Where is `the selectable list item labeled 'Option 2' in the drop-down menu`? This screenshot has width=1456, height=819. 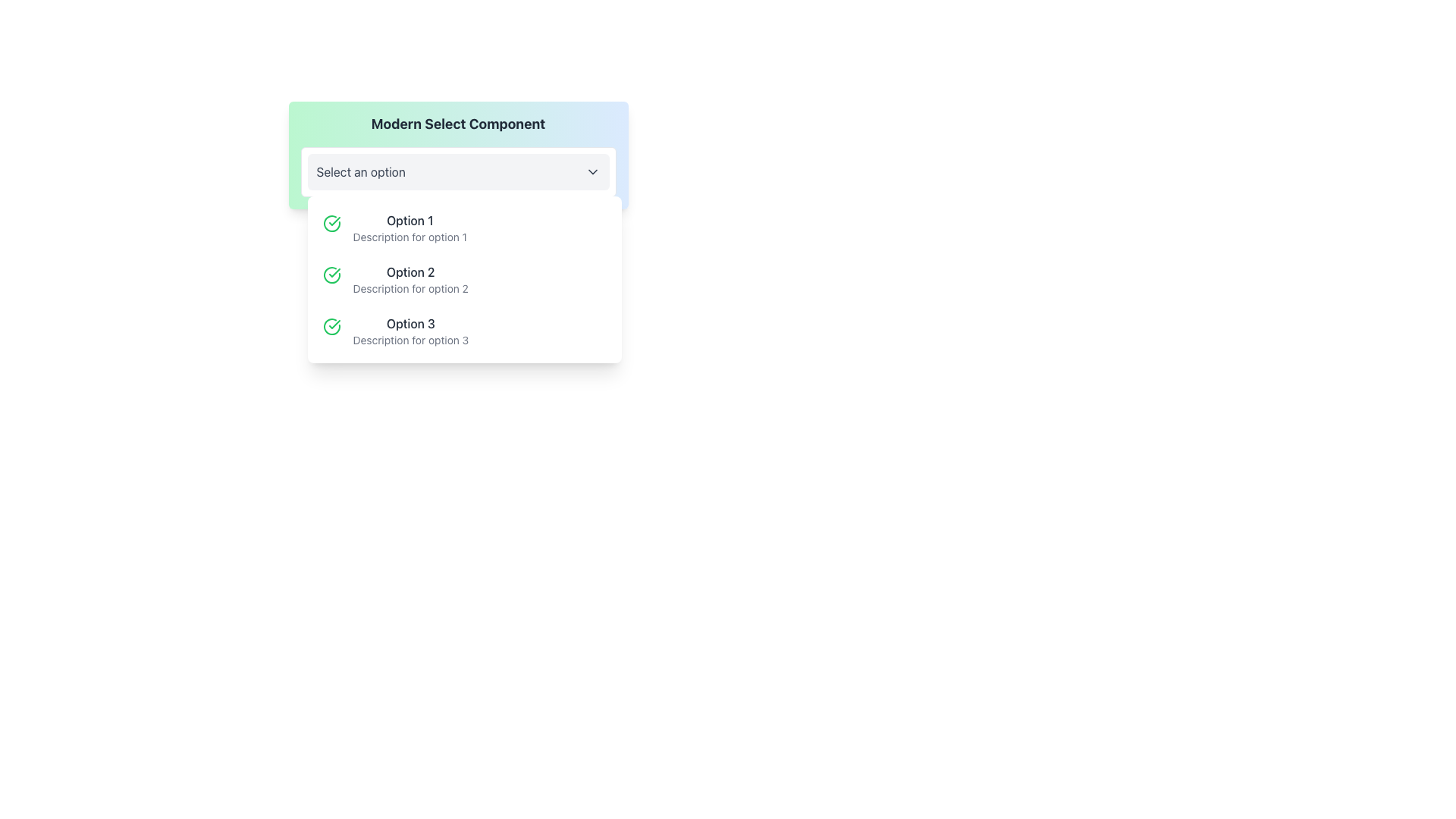 the selectable list item labeled 'Option 2' in the drop-down menu is located at coordinates (410, 280).